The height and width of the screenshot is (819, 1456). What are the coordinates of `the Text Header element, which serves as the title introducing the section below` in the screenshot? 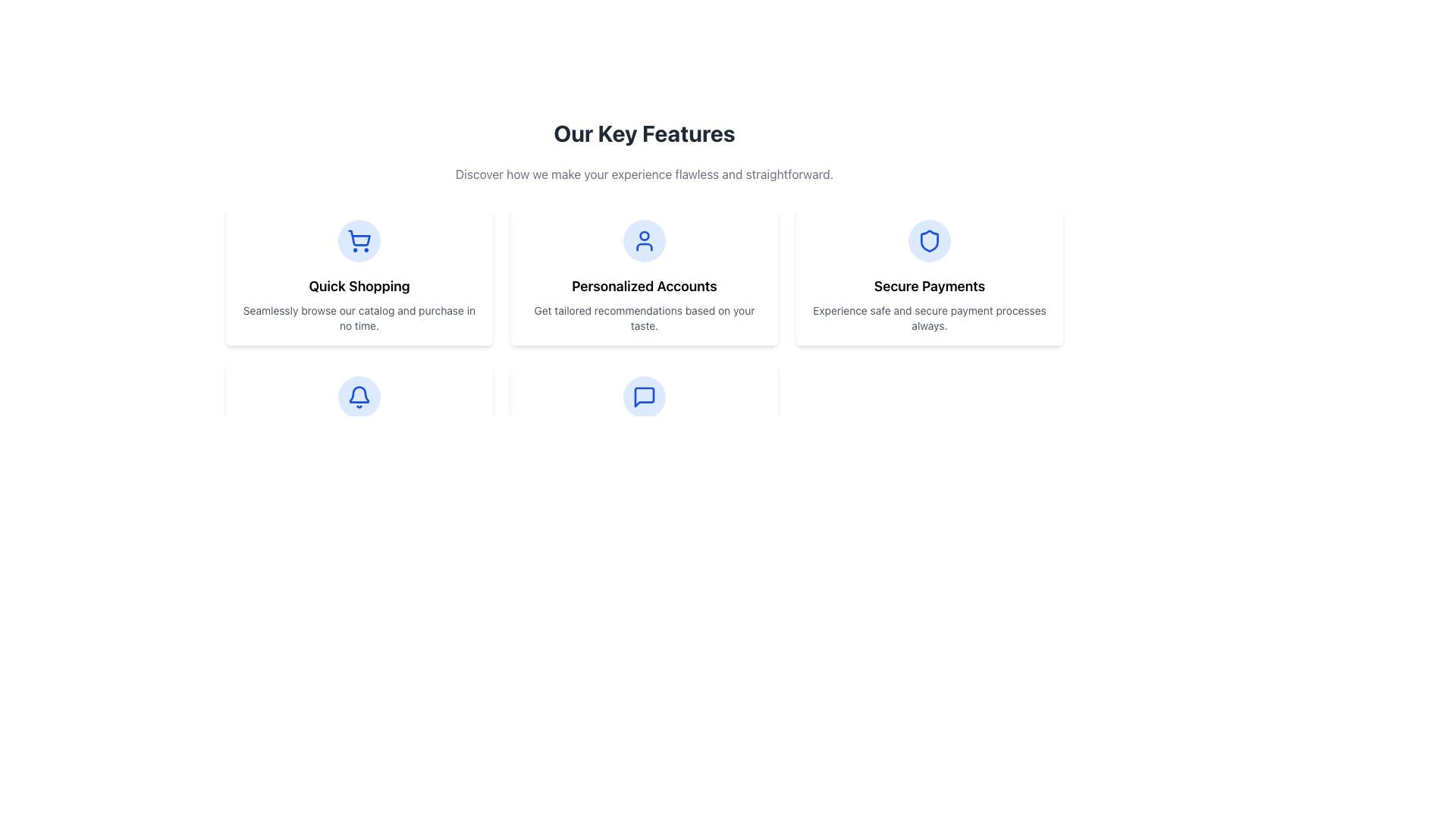 It's located at (644, 133).